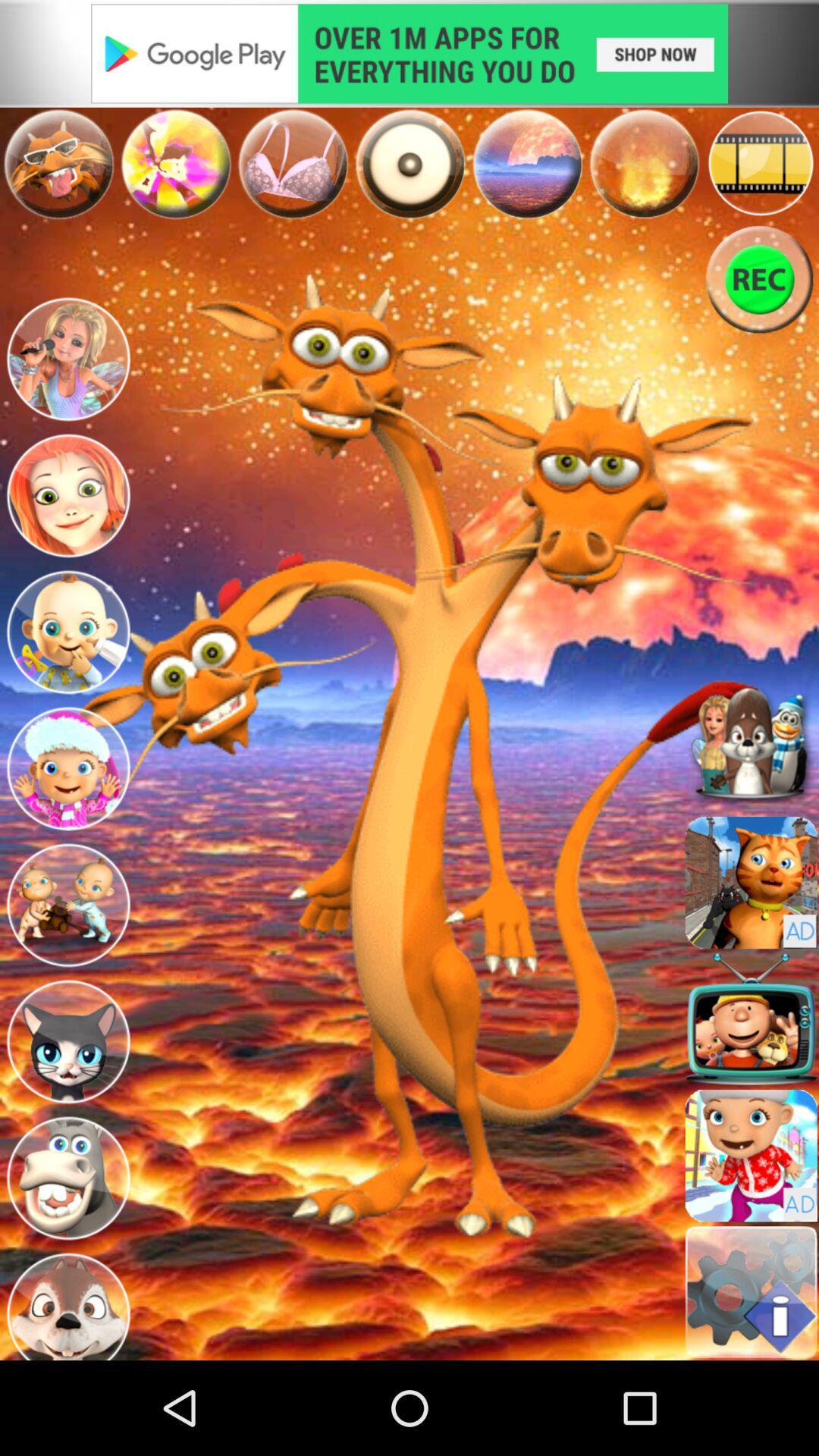  What do you see at coordinates (409, 53) in the screenshot?
I see `advertisements` at bounding box center [409, 53].